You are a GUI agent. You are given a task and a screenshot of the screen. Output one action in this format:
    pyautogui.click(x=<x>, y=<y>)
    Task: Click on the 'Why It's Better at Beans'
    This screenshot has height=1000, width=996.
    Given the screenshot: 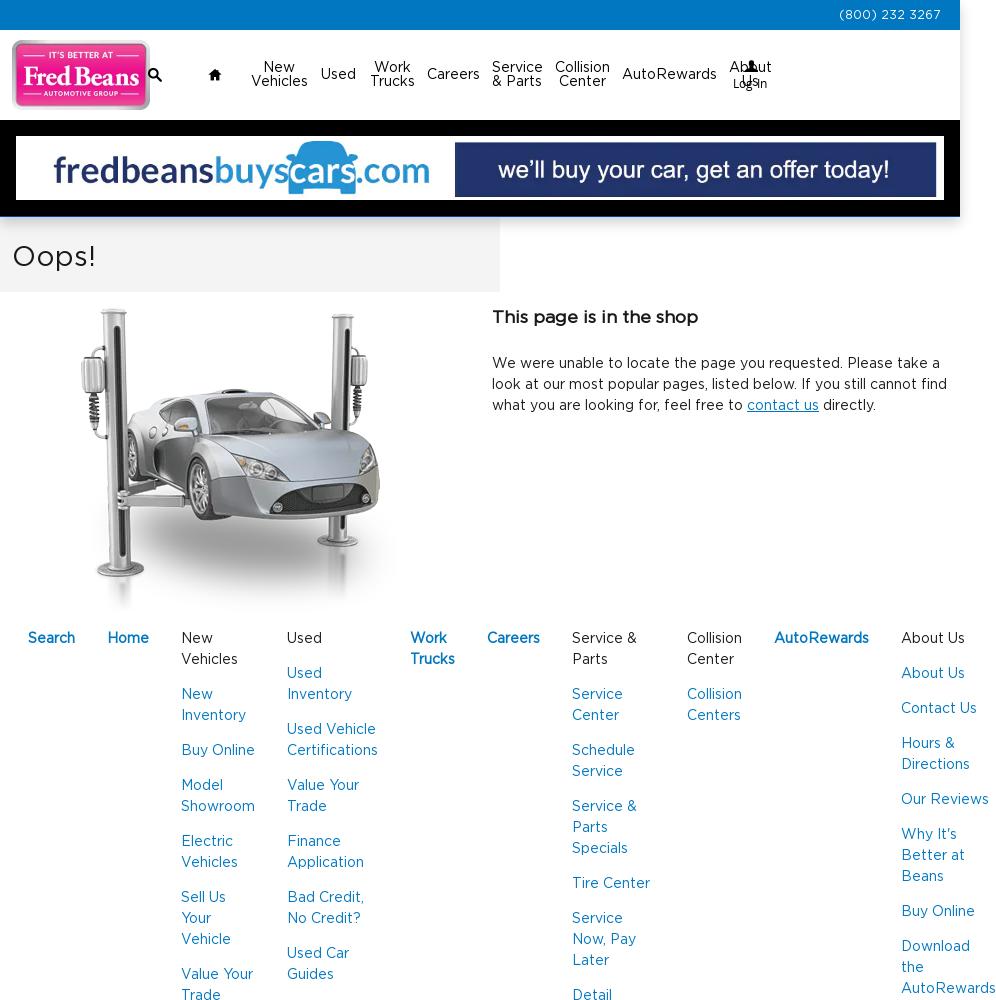 What is the action you would take?
    pyautogui.click(x=932, y=855)
    